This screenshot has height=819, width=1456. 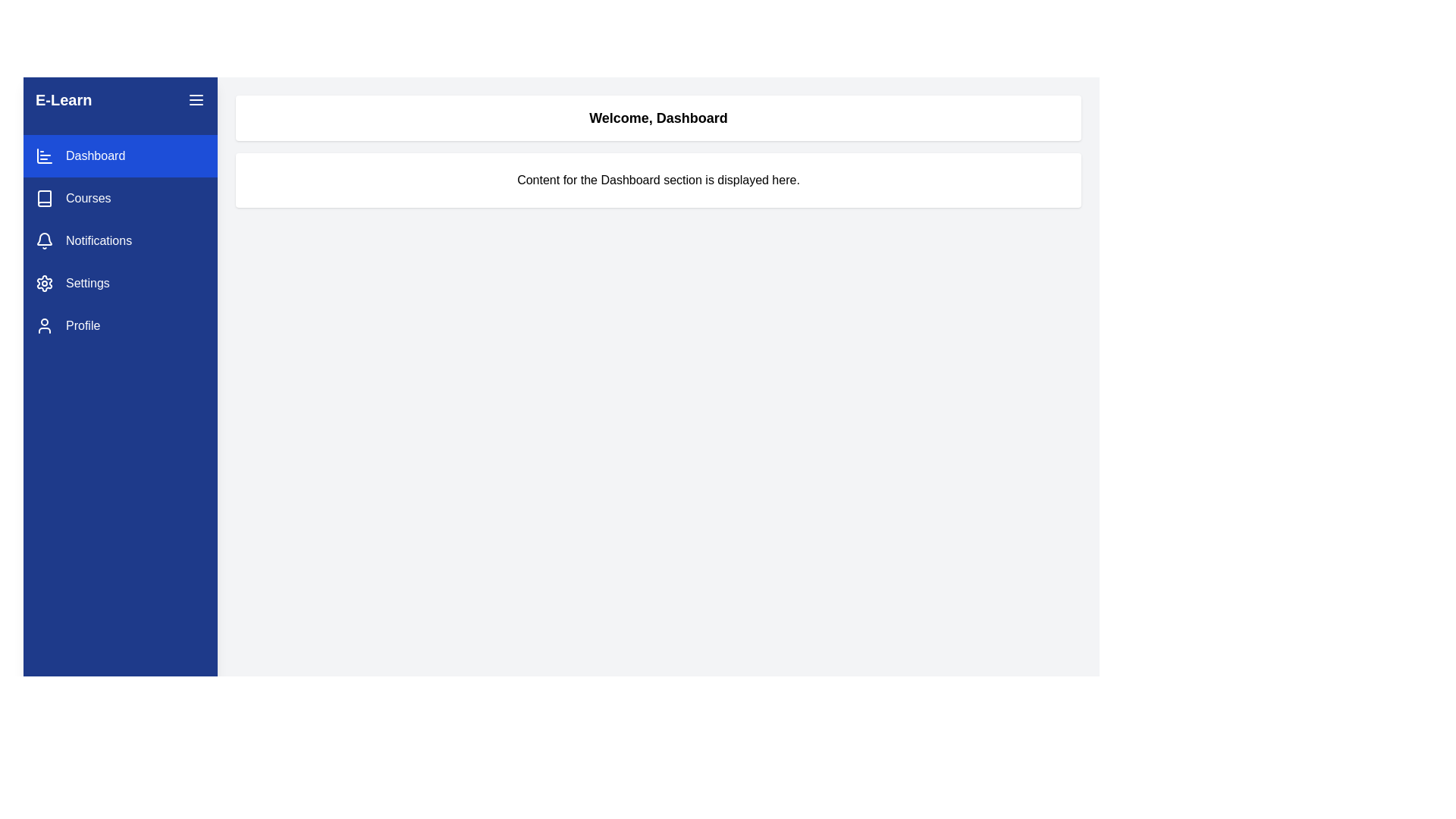 I want to click on the settings icon located in the sidebar navigation menu, positioned below the 'Notifications' option and above the 'Profile' option for accessibility navigation, so click(x=44, y=284).